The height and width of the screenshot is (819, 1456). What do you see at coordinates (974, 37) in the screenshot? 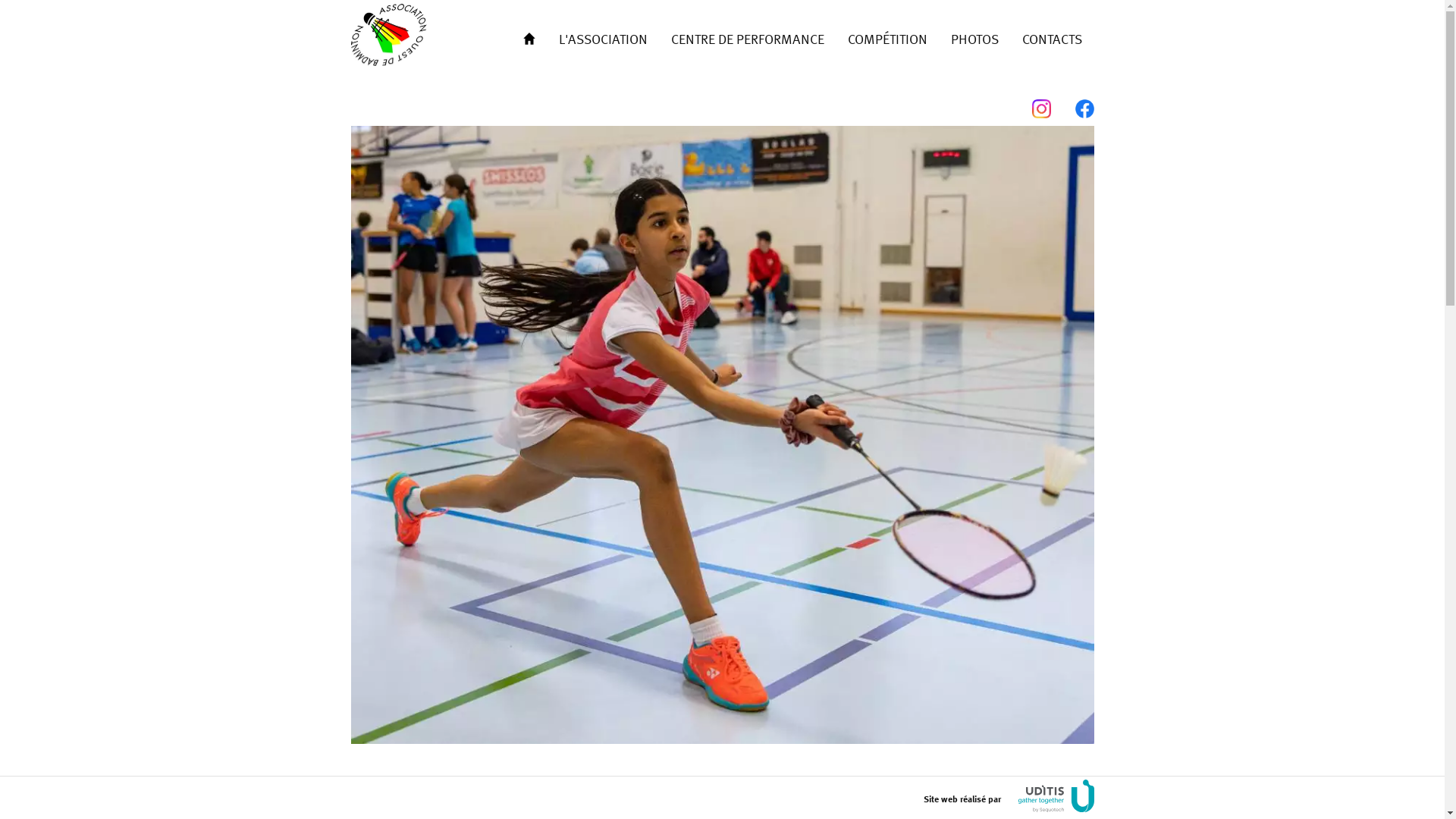
I see `'PHOTOS'` at bounding box center [974, 37].